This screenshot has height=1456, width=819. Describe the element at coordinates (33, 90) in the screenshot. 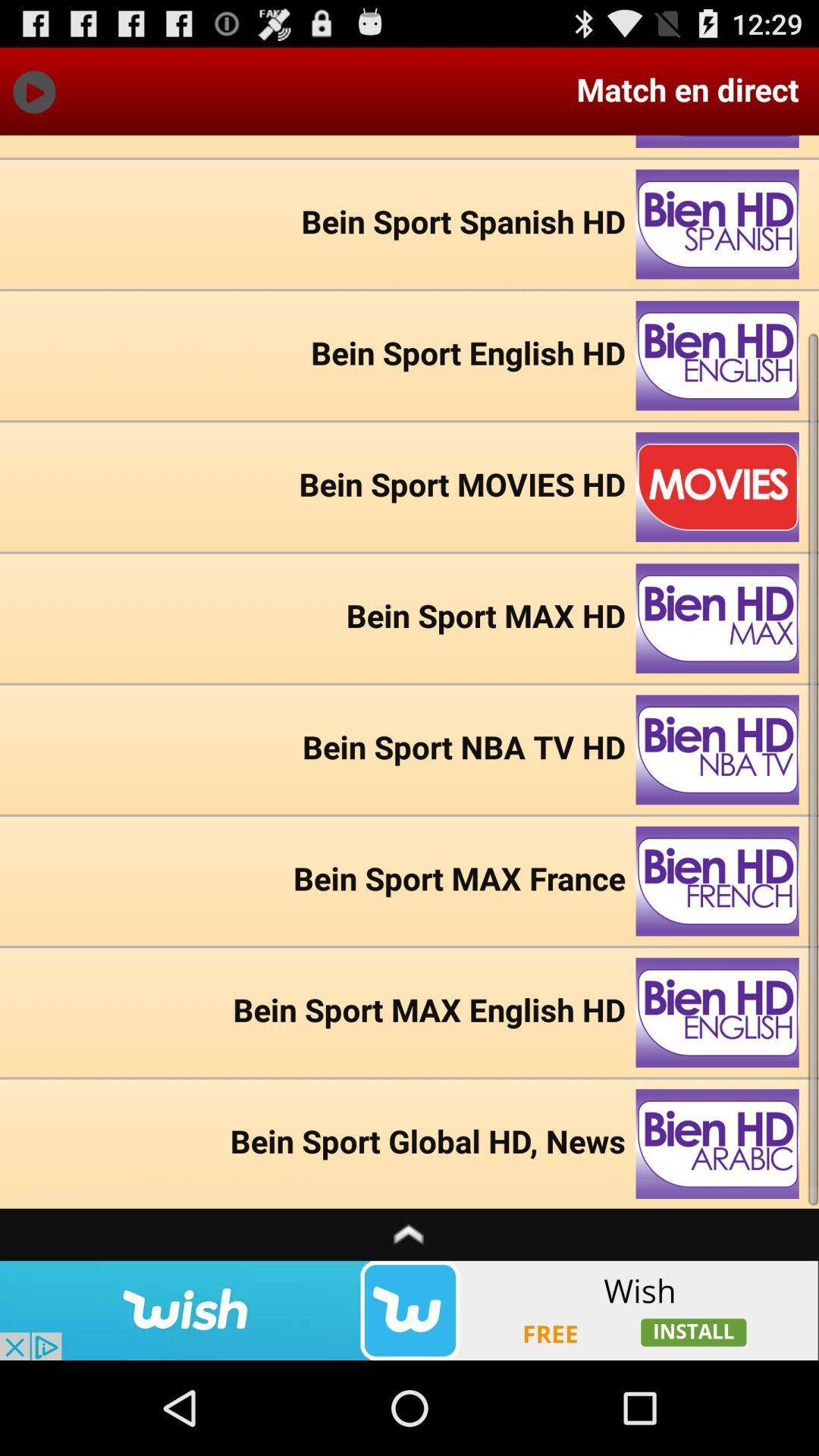

I see `play` at that location.